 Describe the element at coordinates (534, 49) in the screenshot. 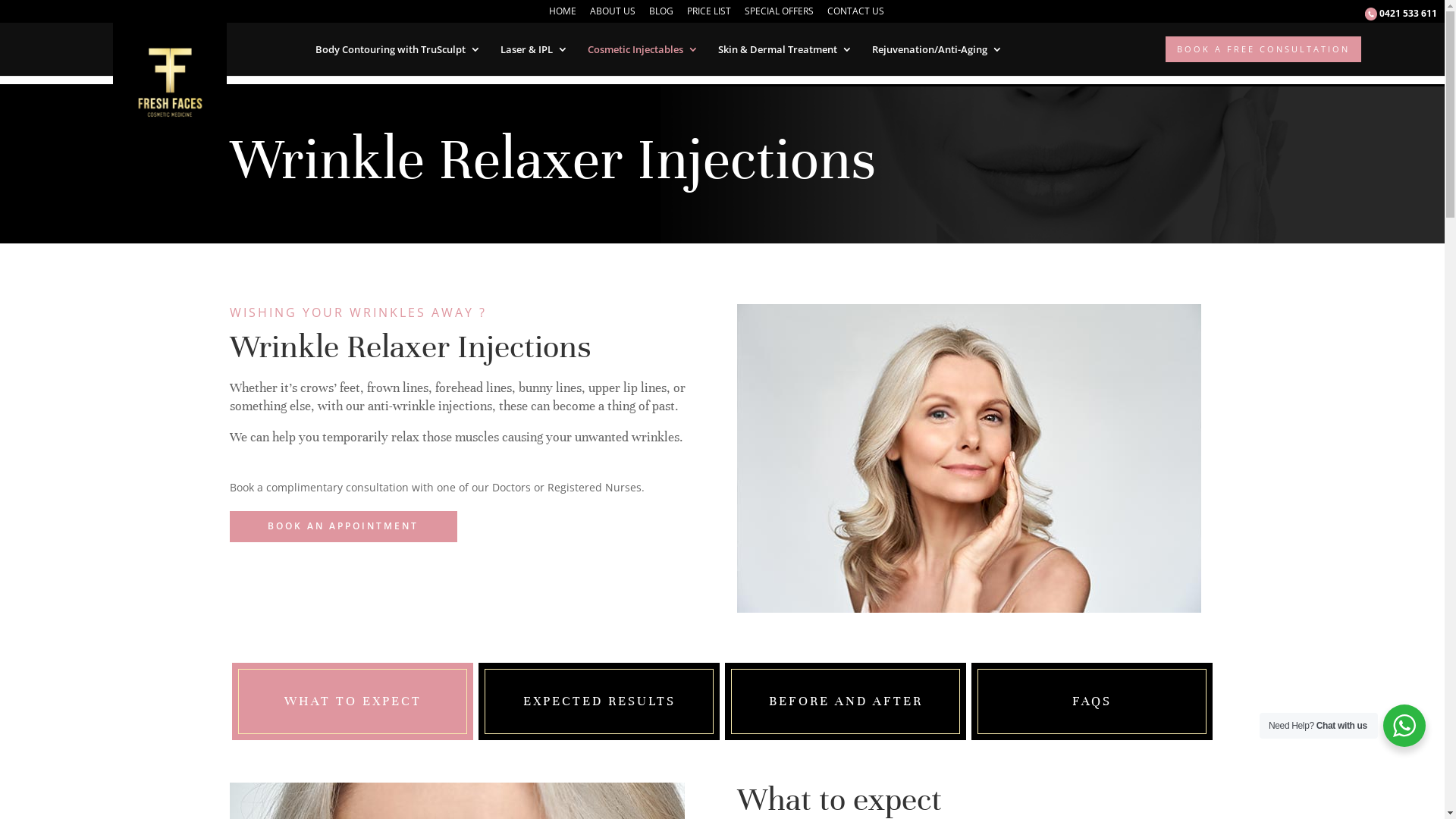

I see `'Laser & IPL'` at that location.